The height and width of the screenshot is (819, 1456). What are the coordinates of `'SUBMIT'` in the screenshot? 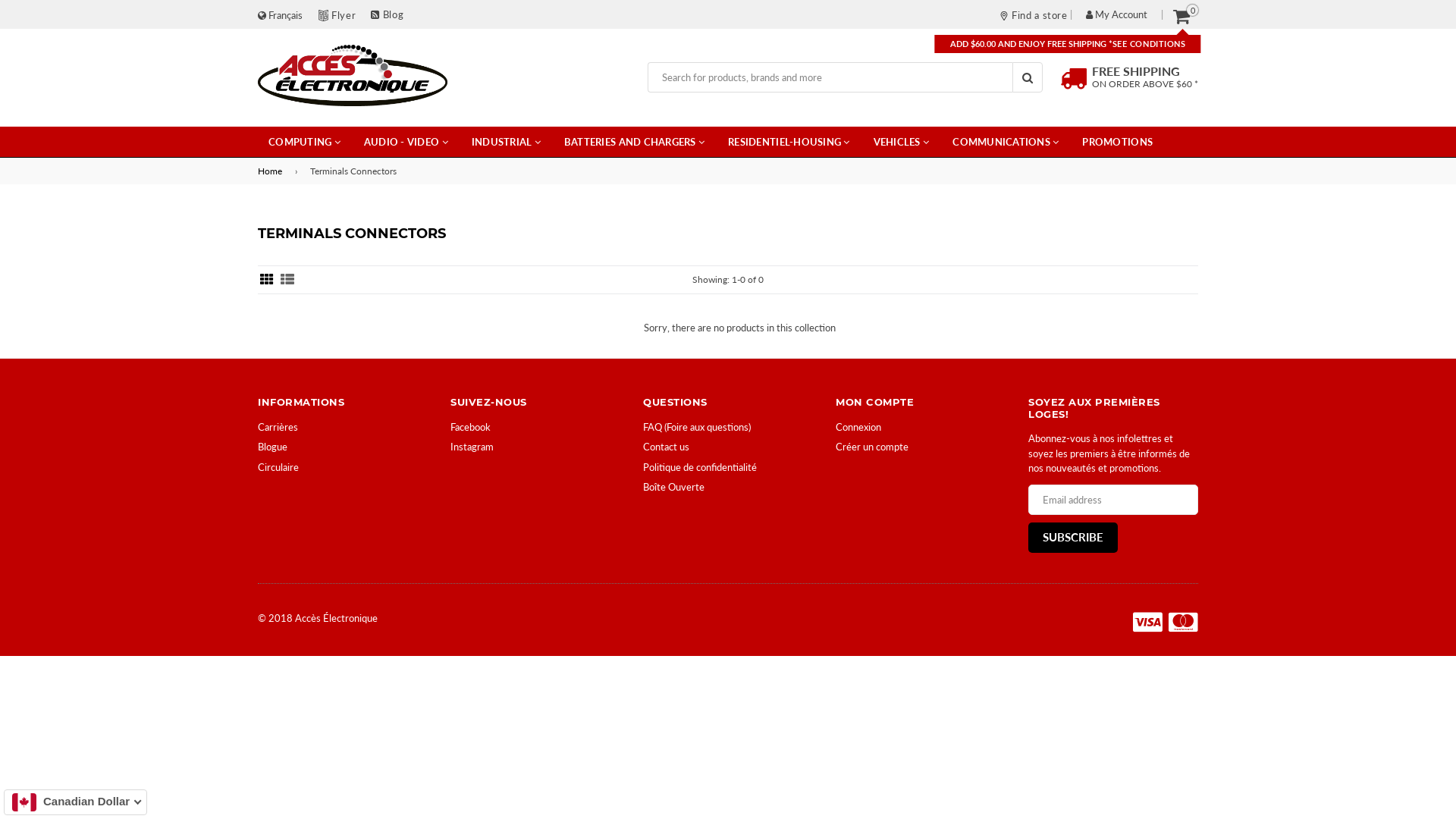 It's located at (1027, 77).